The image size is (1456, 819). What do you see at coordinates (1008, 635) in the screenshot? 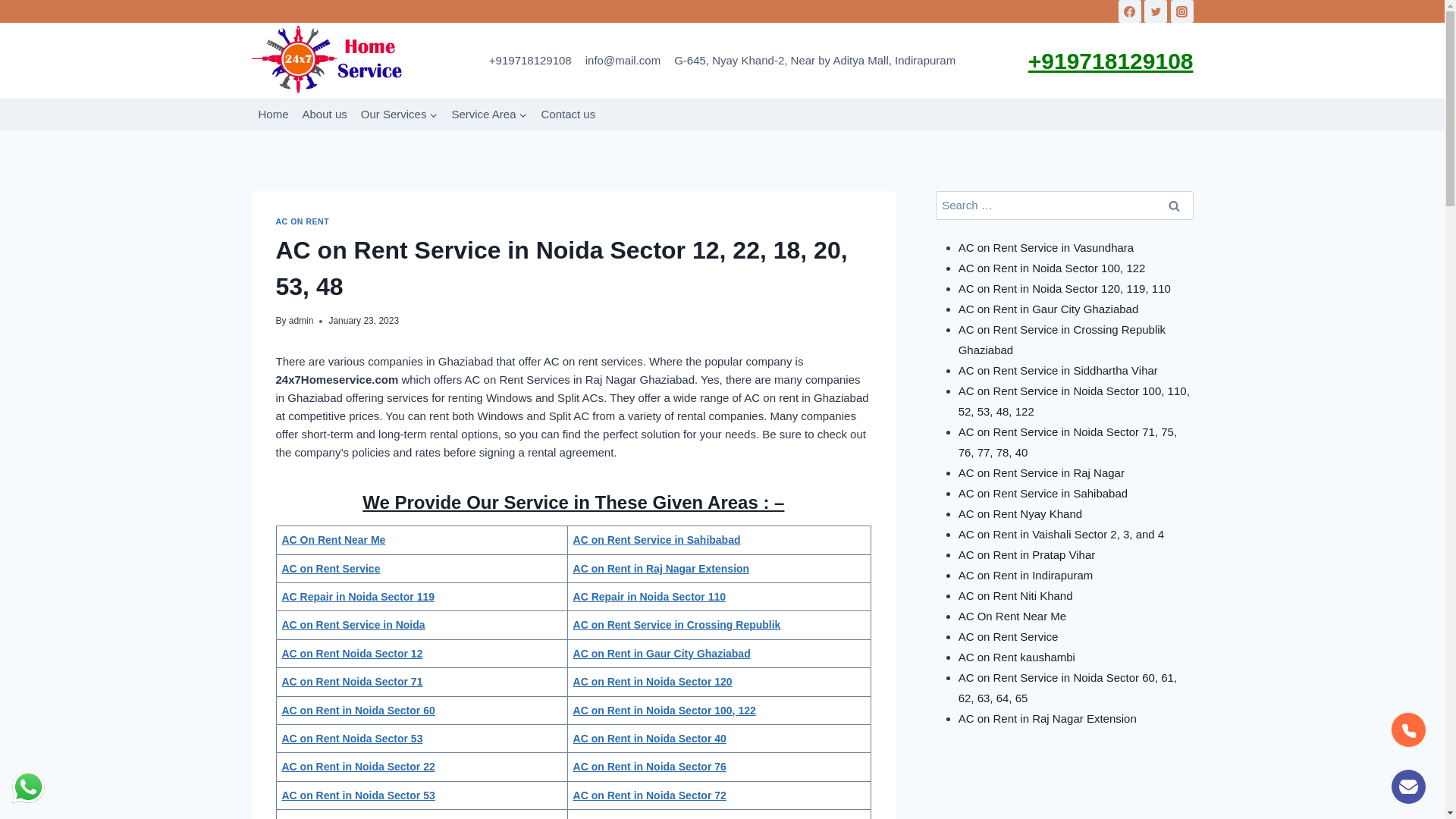
I see `'AC on Rent Service'` at bounding box center [1008, 635].